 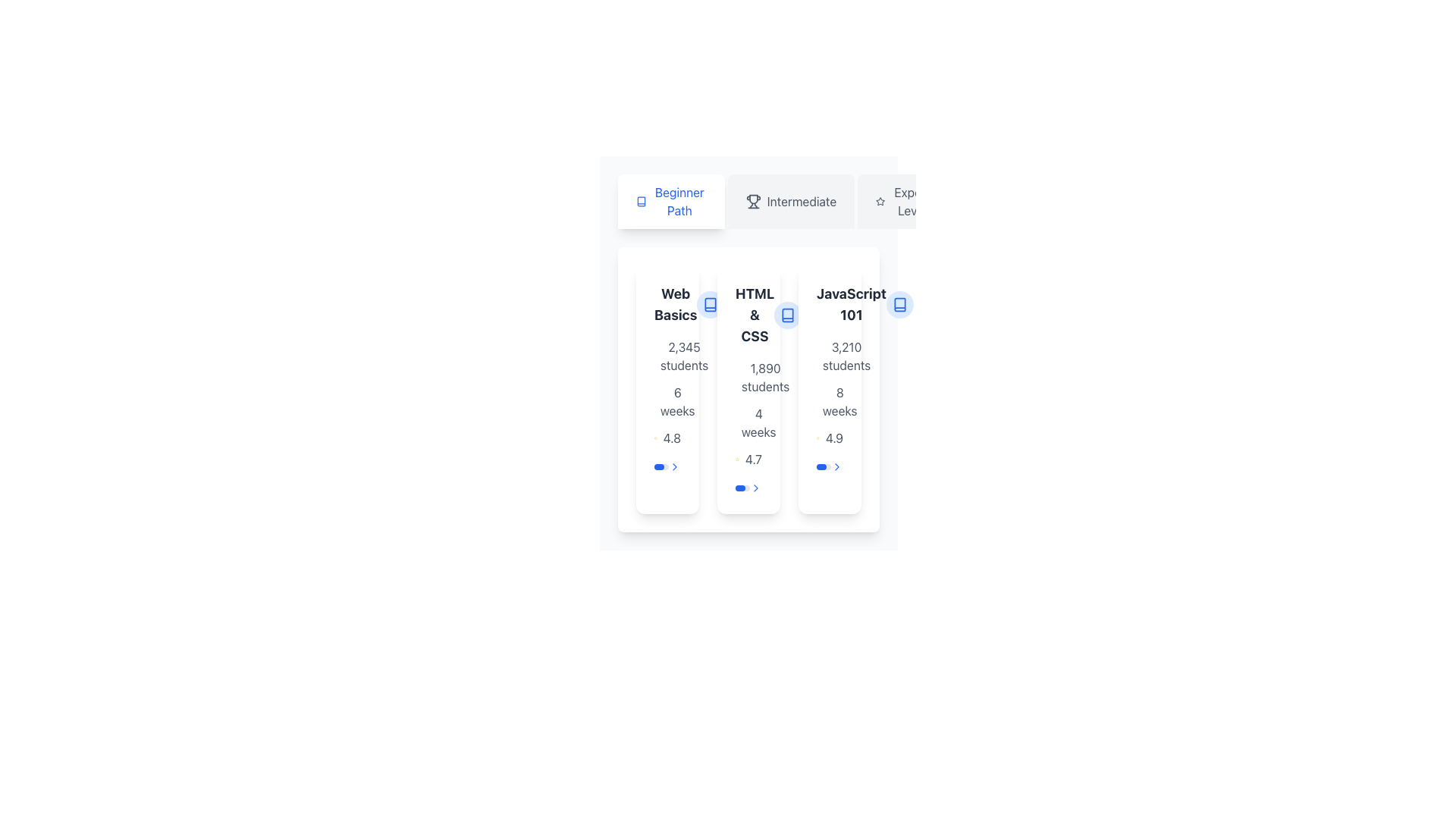 I want to click on the Text Label that displays the number of students enrolled in the associated course, located beneath the 'Web Basics' title and above other course metadata, so click(x=683, y=356).